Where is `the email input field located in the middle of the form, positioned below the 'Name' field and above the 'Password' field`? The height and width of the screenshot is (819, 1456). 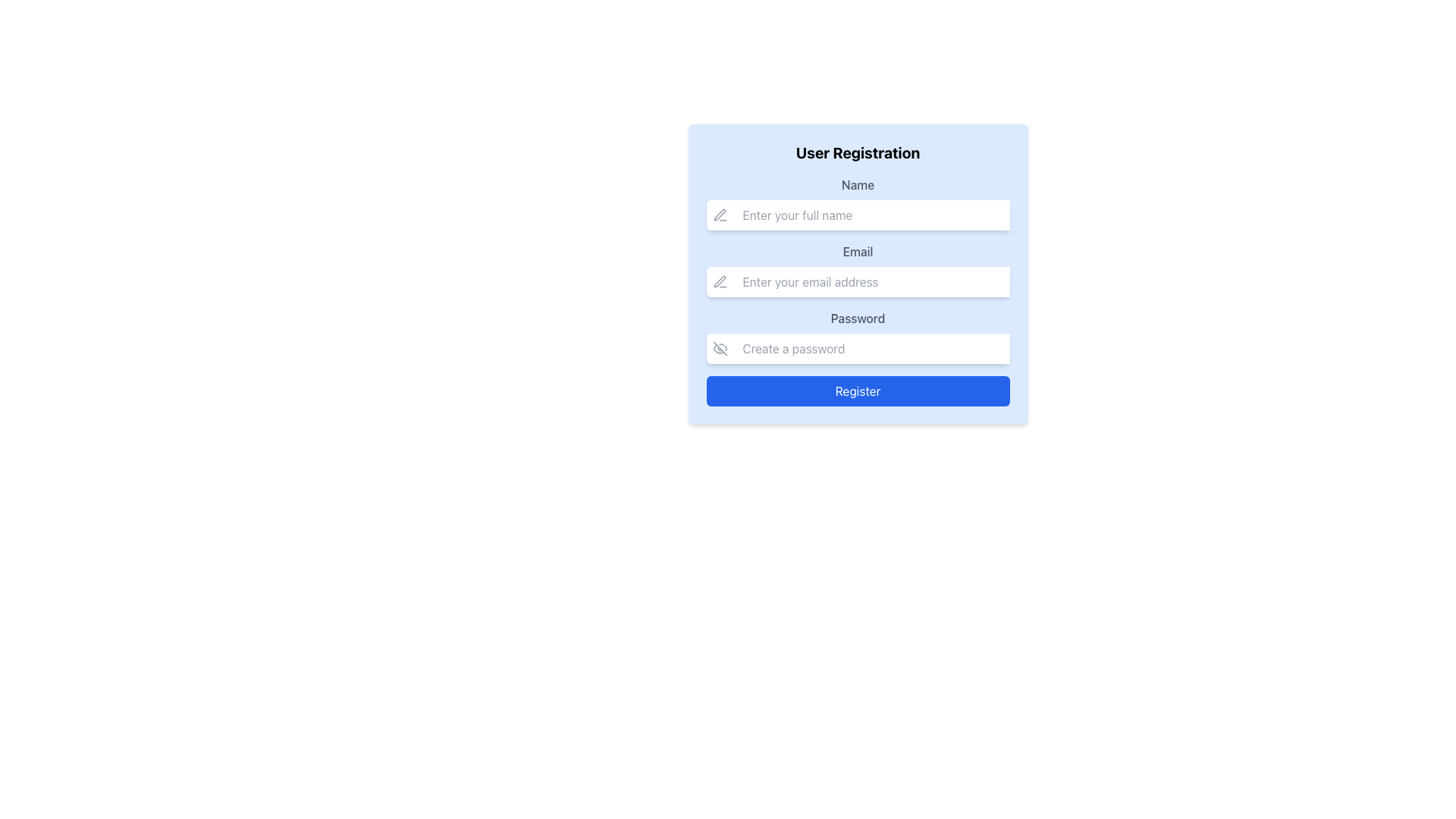 the email input field located in the middle of the form, positioned below the 'Name' field and above the 'Password' field is located at coordinates (871, 281).